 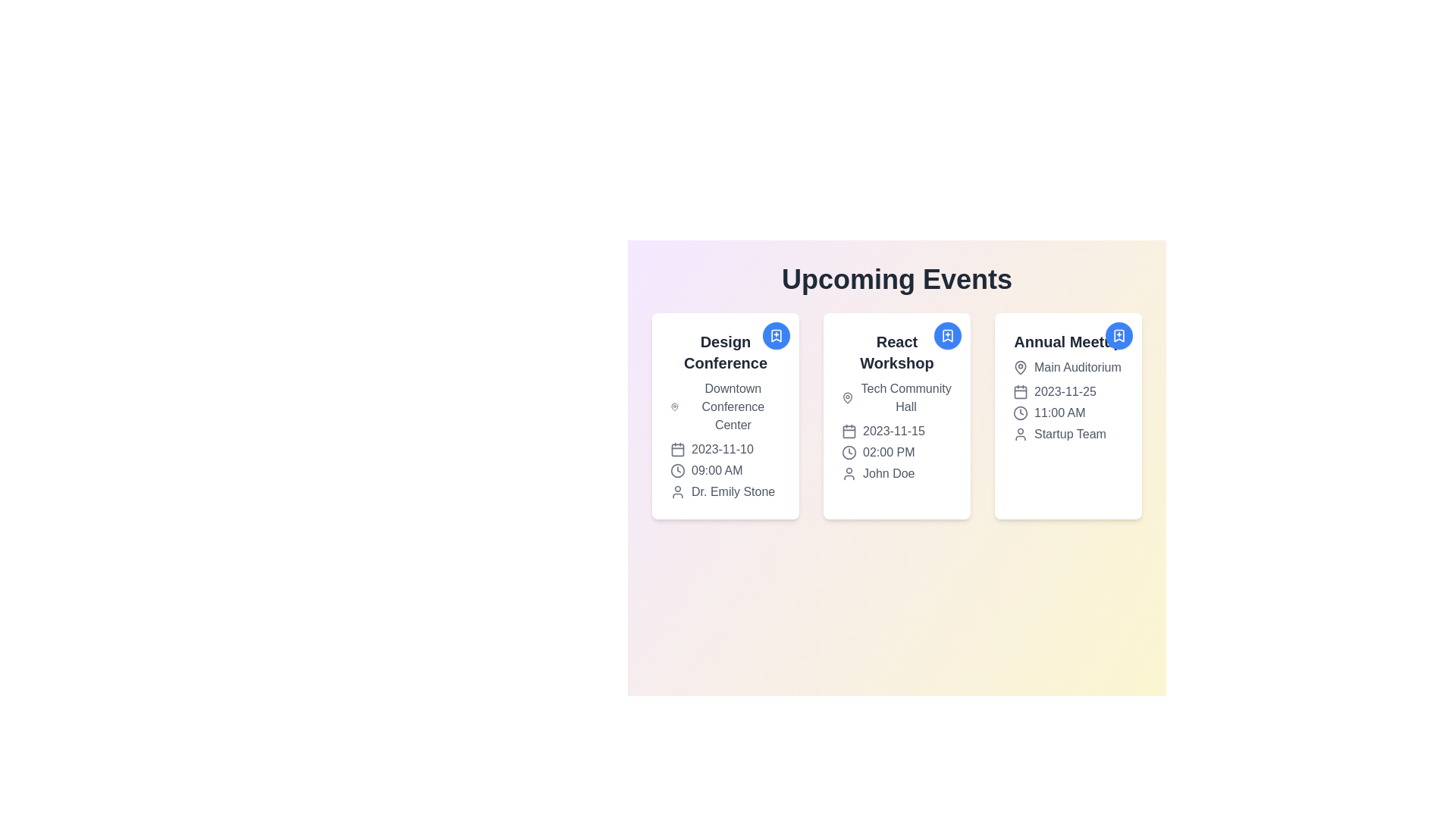 I want to click on the text displaying '2023-11-15' with a gray calendar icon, located in the second event card titled 'React Workshop', under the secondary heading 'Tech Community Hall', so click(x=896, y=431).